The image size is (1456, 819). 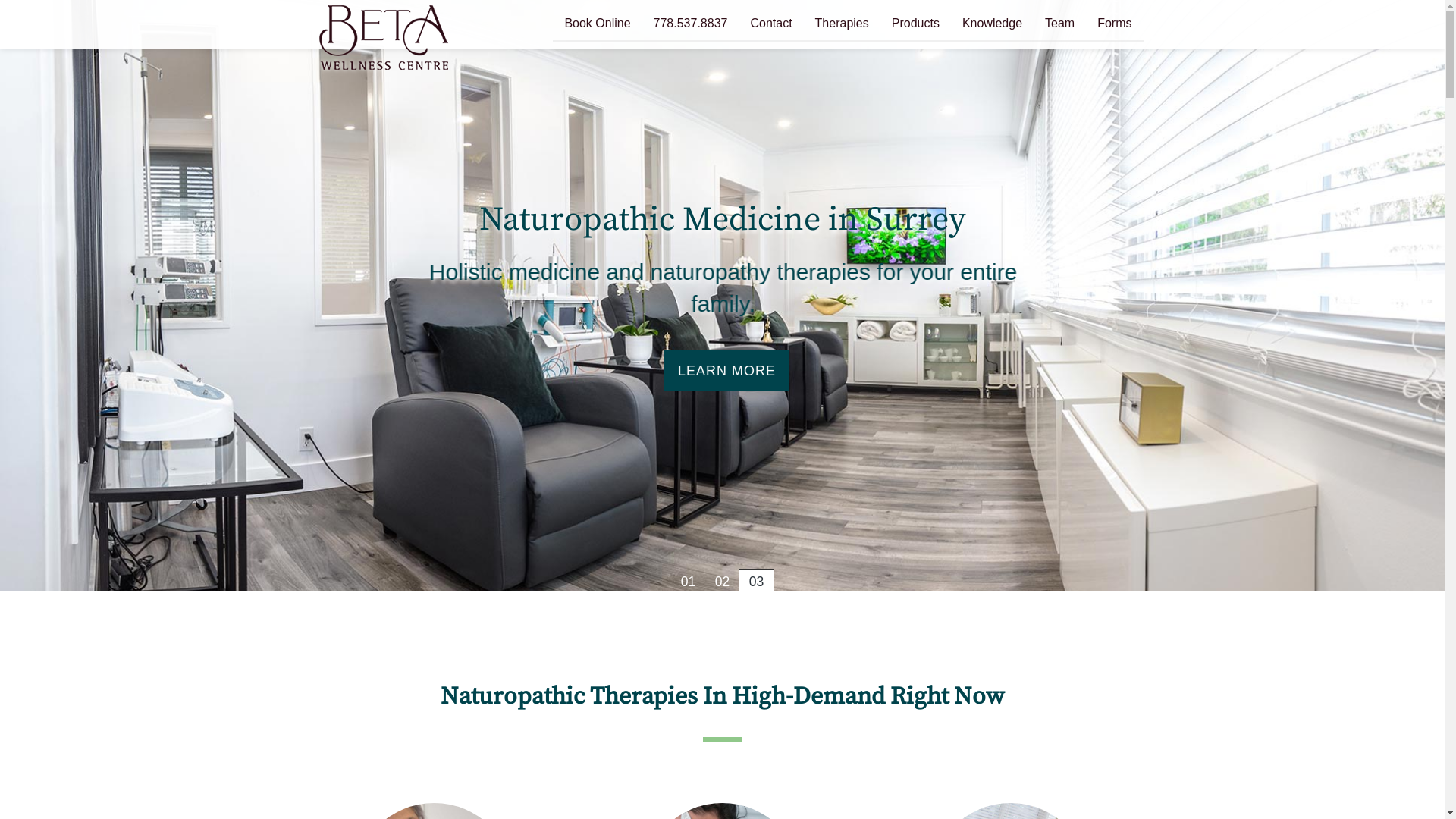 What do you see at coordinates (949, 25) in the screenshot?
I see `'Knowledge'` at bounding box center [949, 25].